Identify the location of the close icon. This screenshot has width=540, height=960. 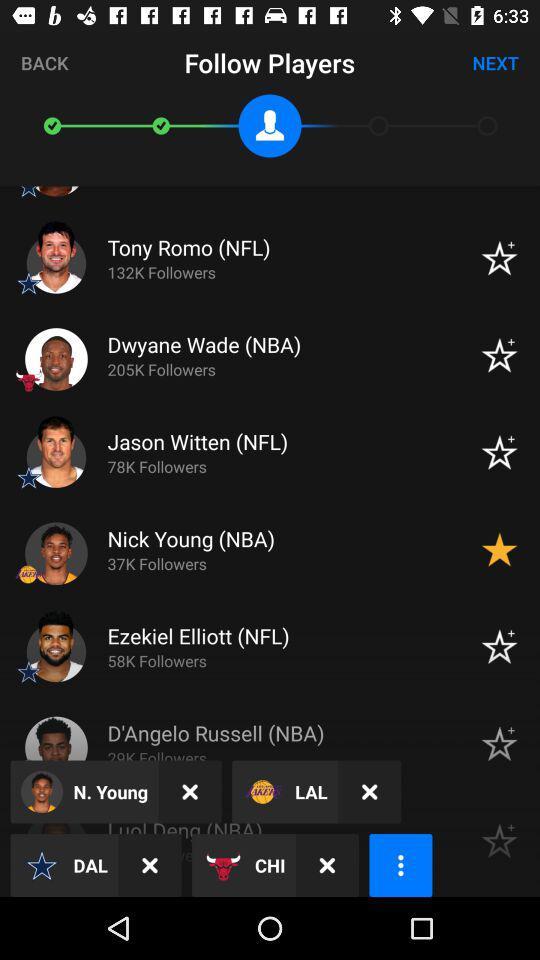
(149, 864).